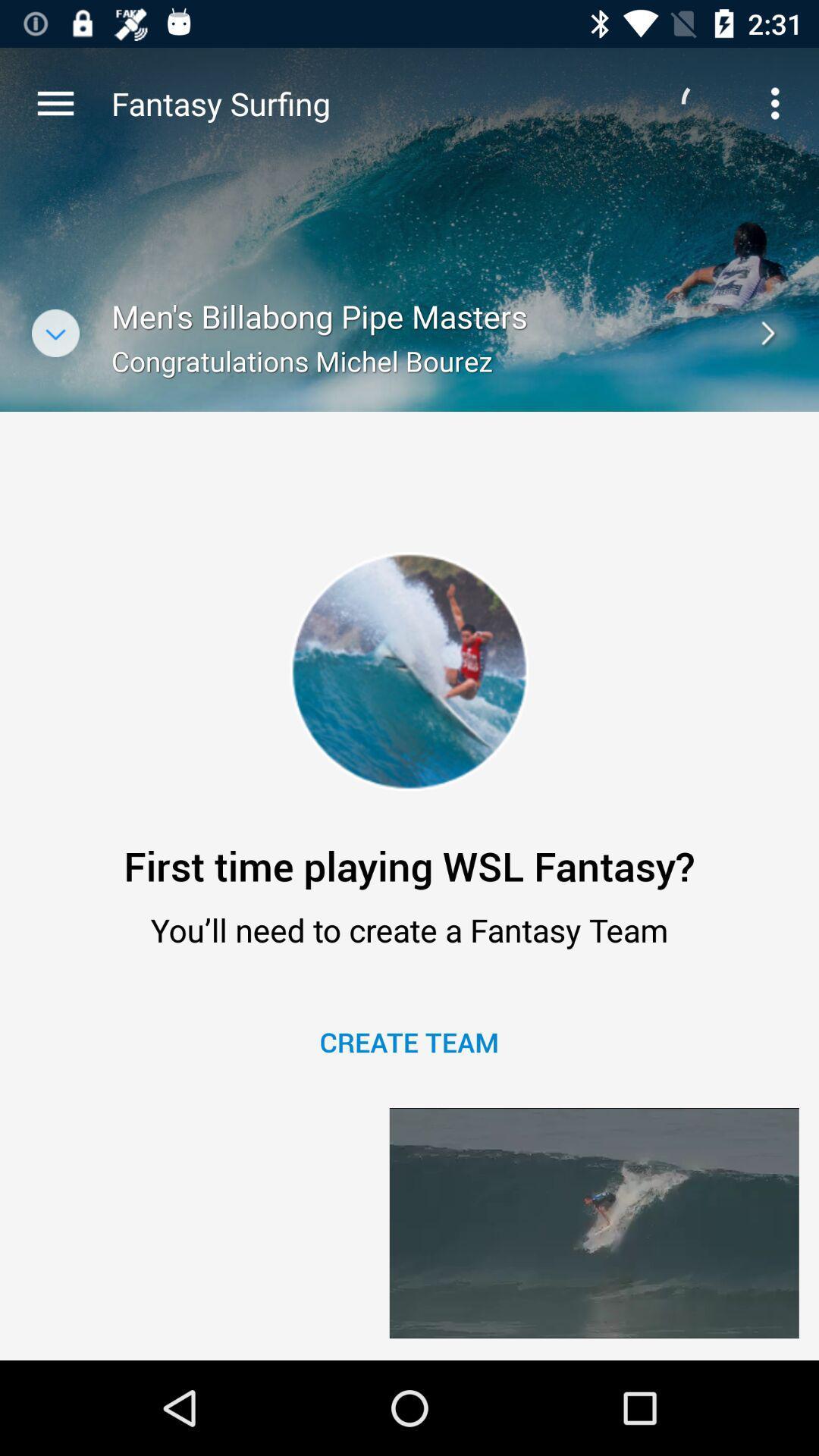  What do you see at coordinates (55, 332) in the screenshot?
I see `drop down icon` at bounding box center [55, 332].